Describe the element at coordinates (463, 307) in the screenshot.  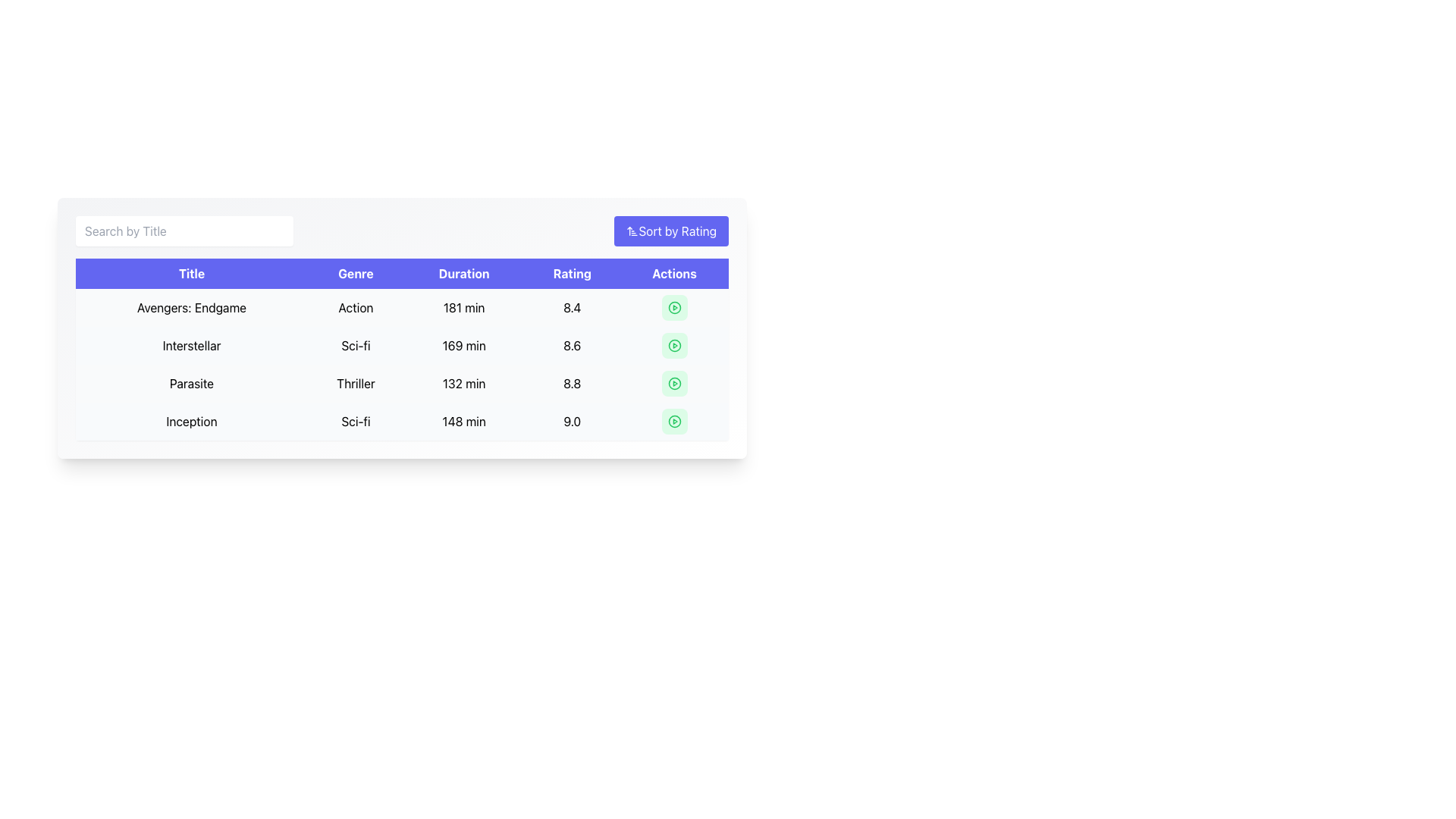
I see `duration value of the movie 'Avengers: Endgame' displayed in the Text Label located in the third column of the first row of the table` at that location.